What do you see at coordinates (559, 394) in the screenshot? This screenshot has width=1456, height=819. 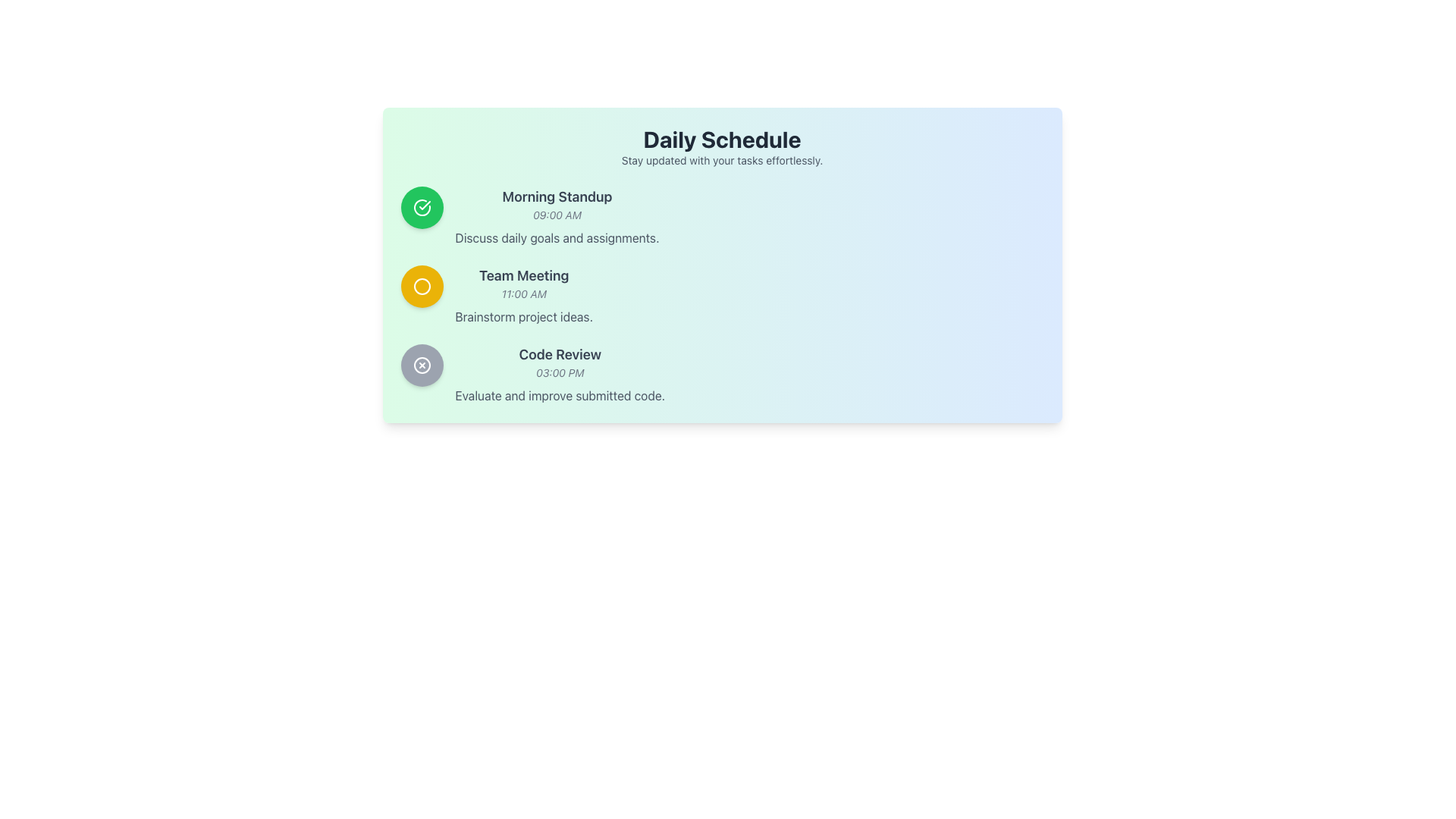 I see `the text element that reads 'Evaluate and improve submitted code.' located at the bottom of the 'Code Review' section in the 'Daily Schedule' interface` at bounding box center [559, 394].